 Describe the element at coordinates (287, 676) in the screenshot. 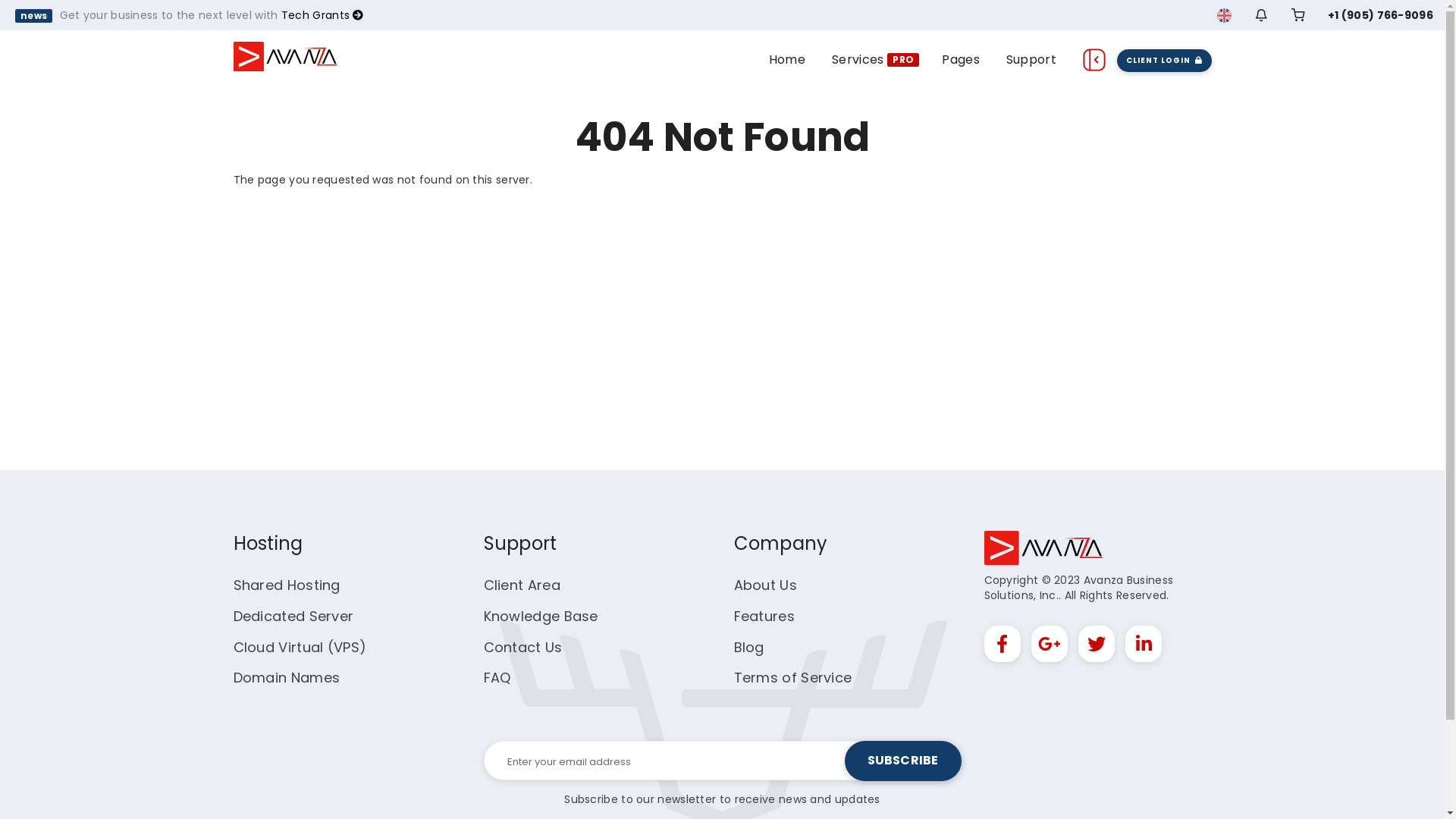

I see `'Domain Names'` at that location.